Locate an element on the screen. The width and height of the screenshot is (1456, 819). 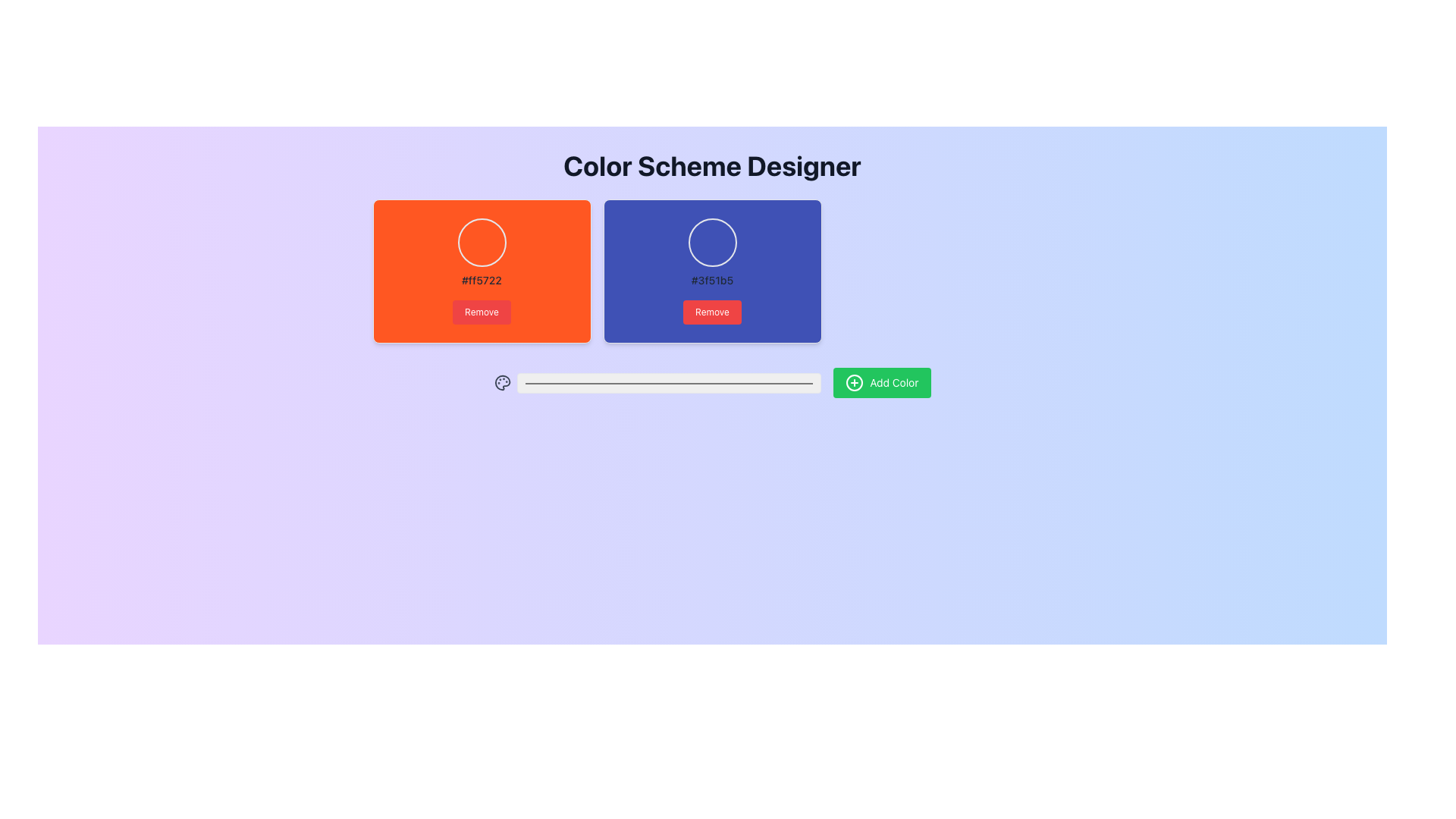
the icon located to the left of the green 'Add Color' button is located at coordinates (855, 382).